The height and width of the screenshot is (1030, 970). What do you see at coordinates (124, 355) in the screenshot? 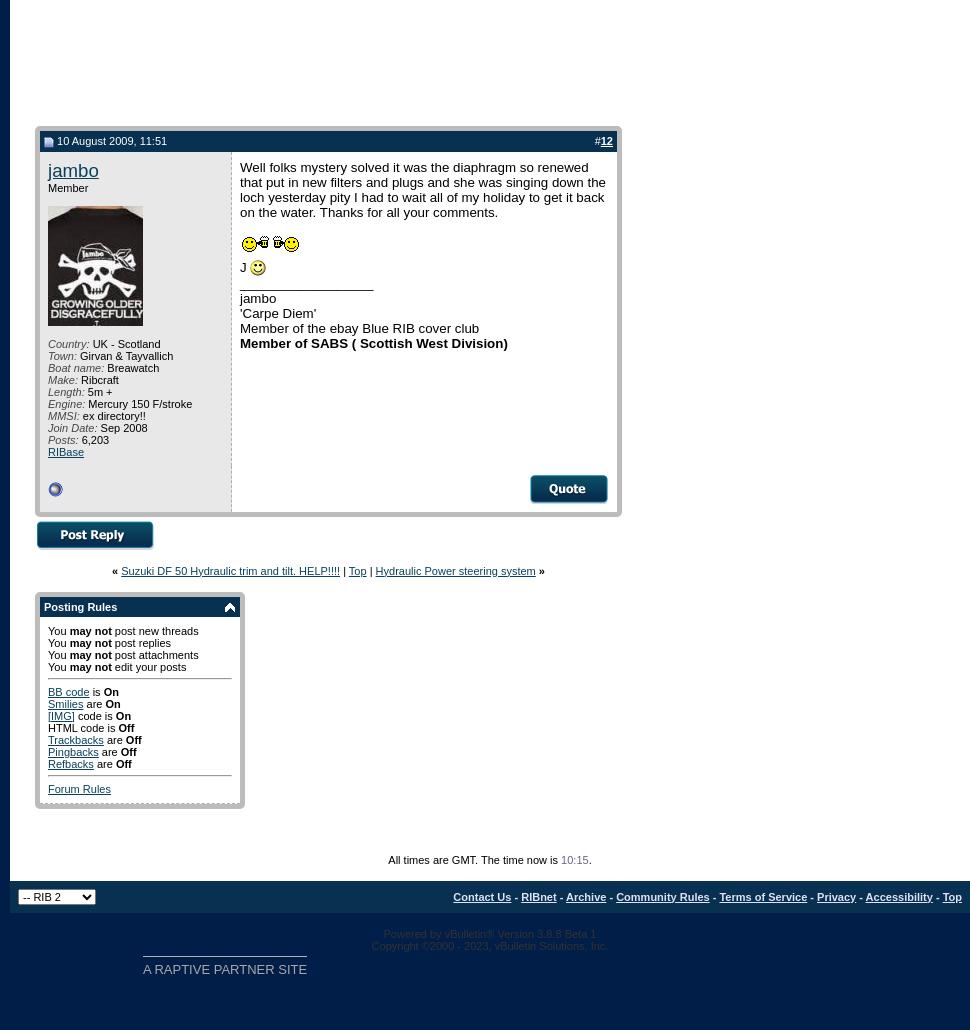
I see `'Girvan & Tayvallich'` at bounding box center [124, 355].